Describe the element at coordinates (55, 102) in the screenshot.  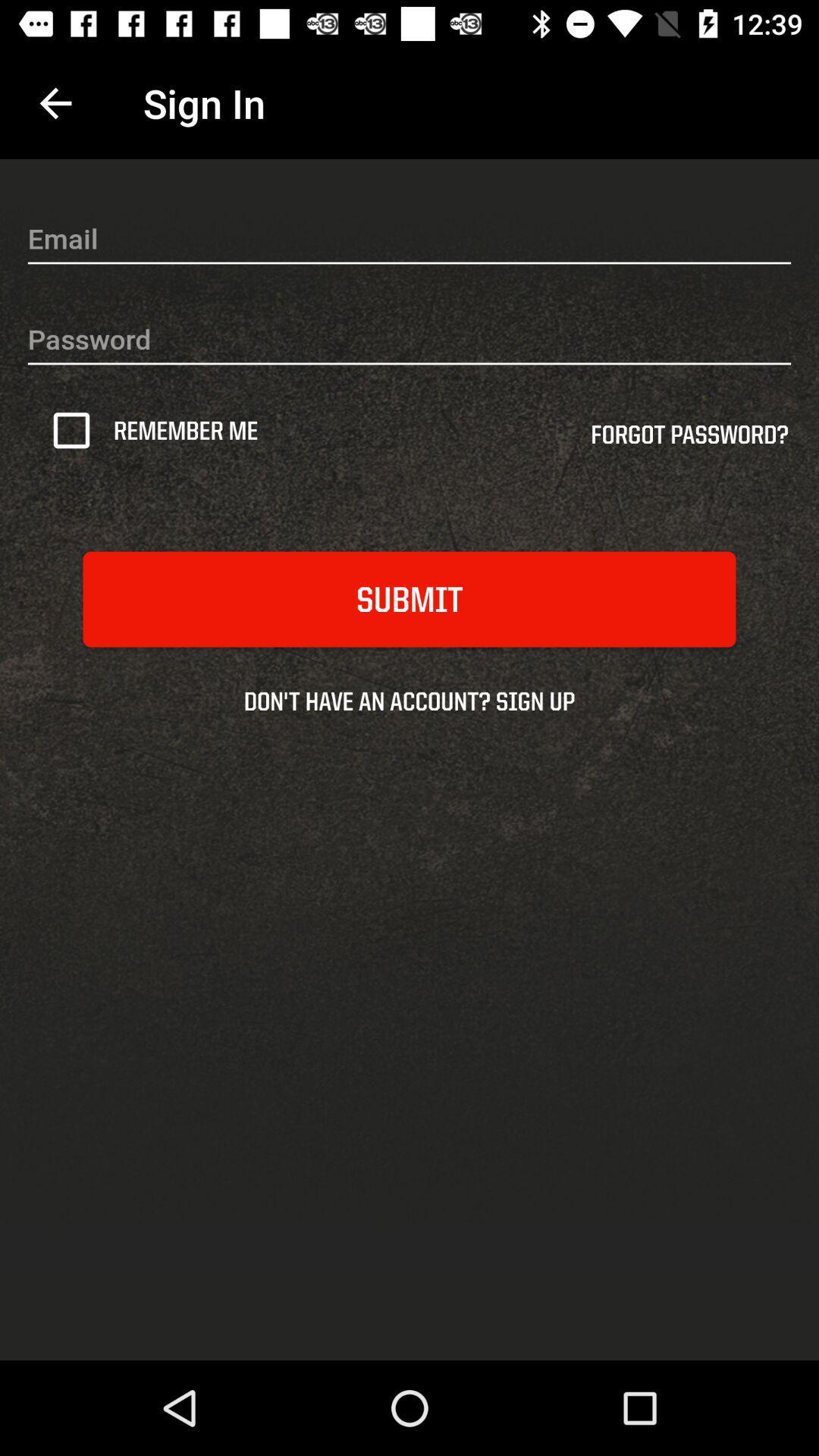
I see `the icon next to the sign in item` at that location.